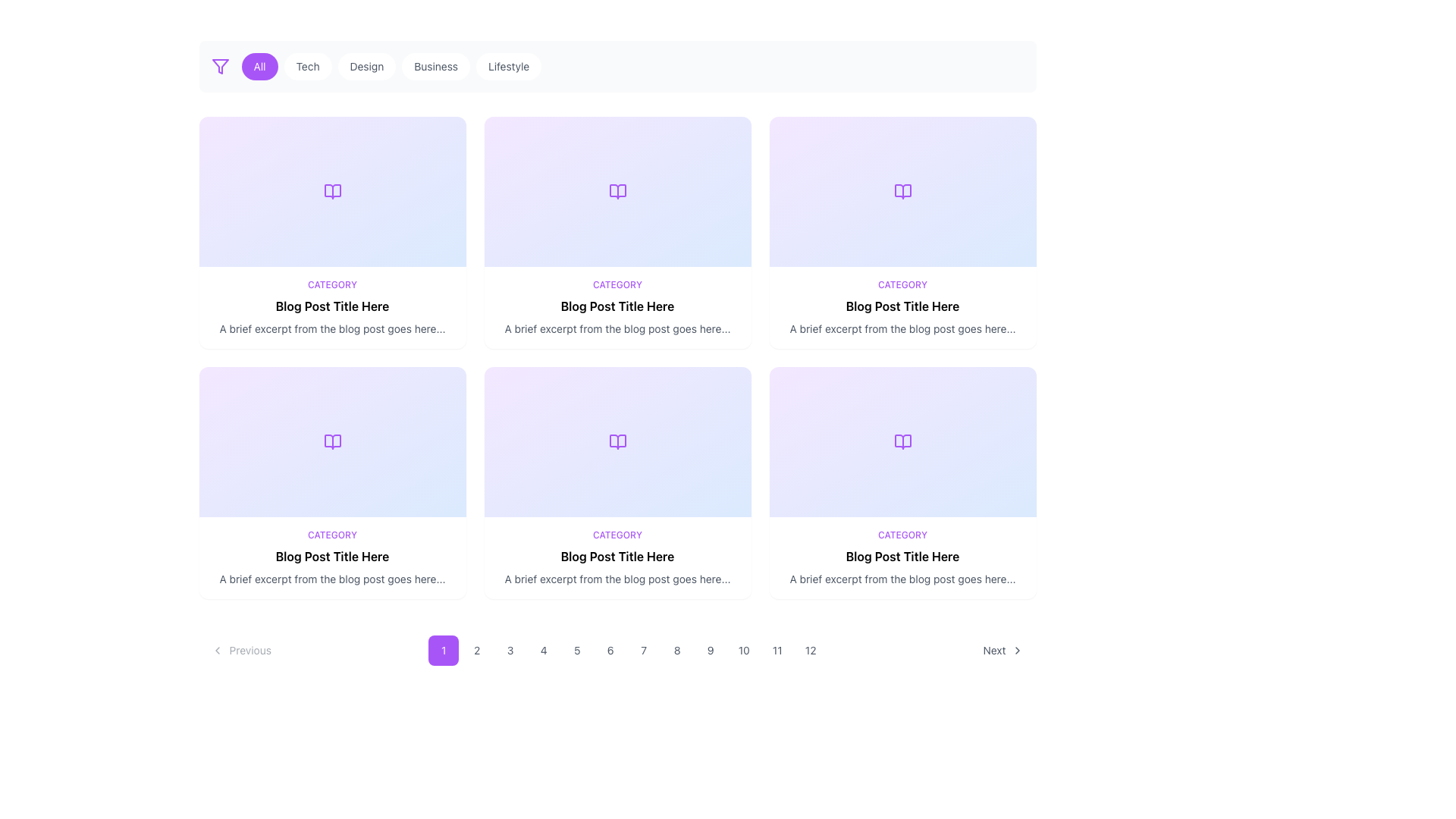 Image resolution: width=1456 pixels, height=819 pixels. Describe the element at coordinates (744, 649) in the screenshot. I see `the pagination button labeled '10'` at that location.